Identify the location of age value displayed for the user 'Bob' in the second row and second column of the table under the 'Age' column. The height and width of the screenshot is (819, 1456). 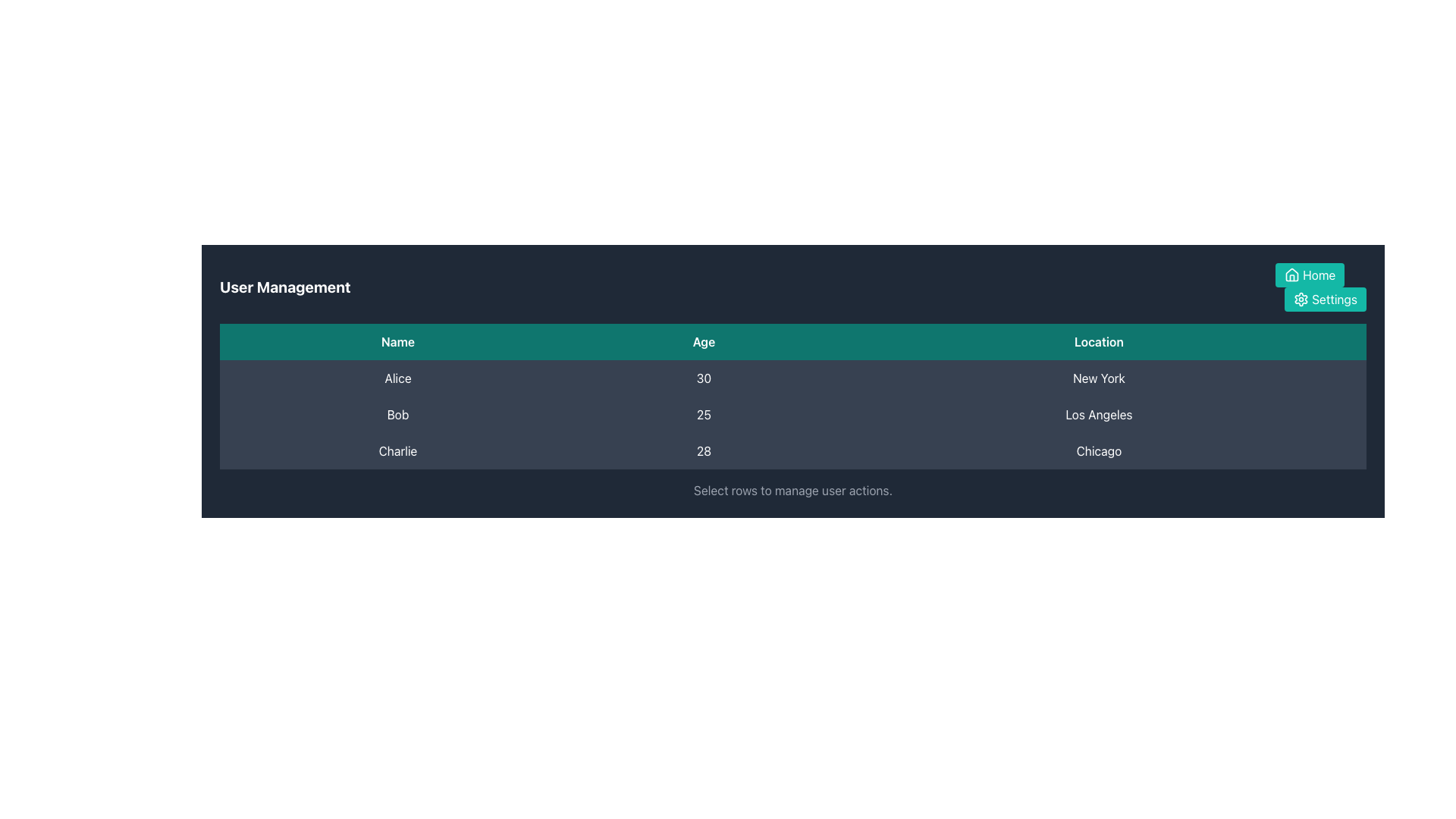
(703, 415).